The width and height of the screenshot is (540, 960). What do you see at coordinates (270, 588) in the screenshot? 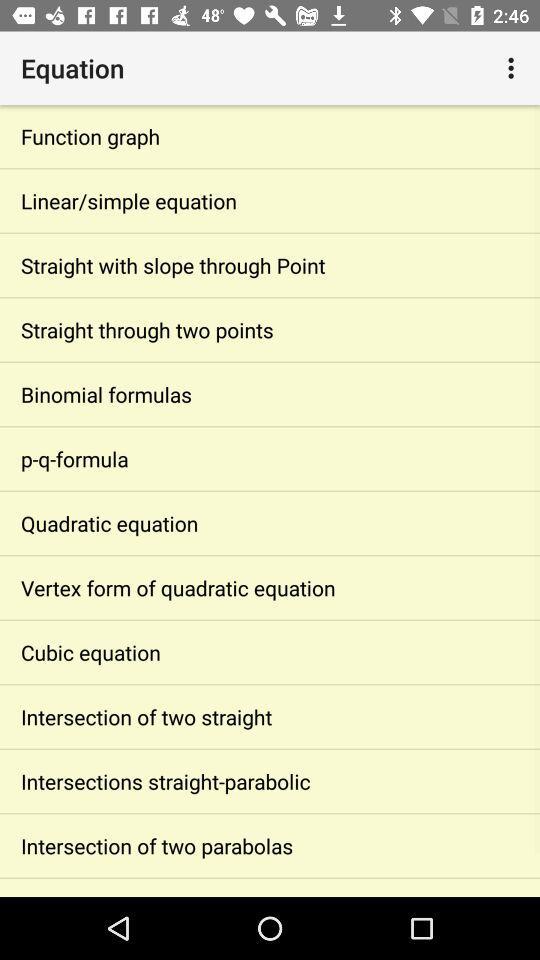
I see `the item above cubic equation icon` at bounding box center [270, 588].